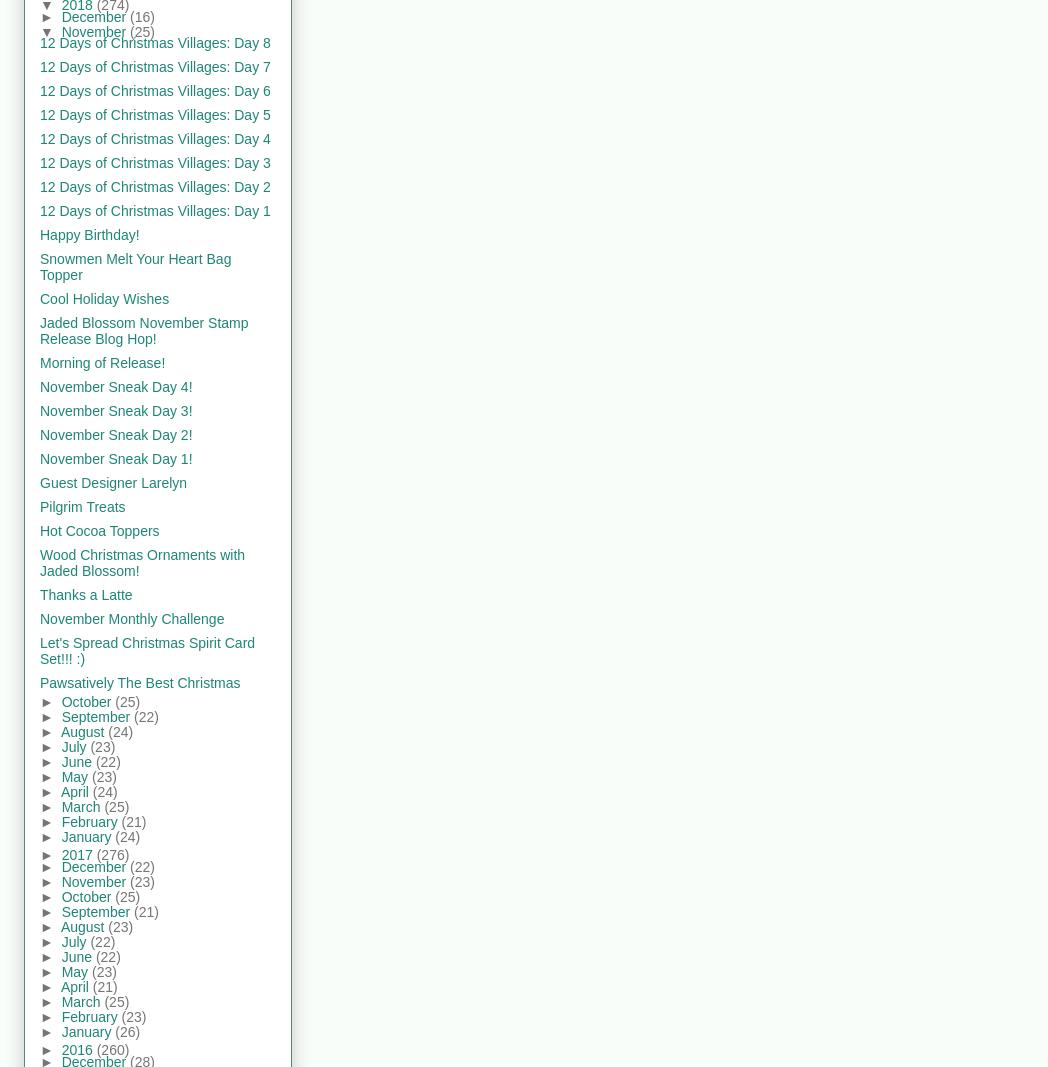  I want to click on 'Wood Christmas Ornaments with Jaded Blossom!', so click(142, 562).